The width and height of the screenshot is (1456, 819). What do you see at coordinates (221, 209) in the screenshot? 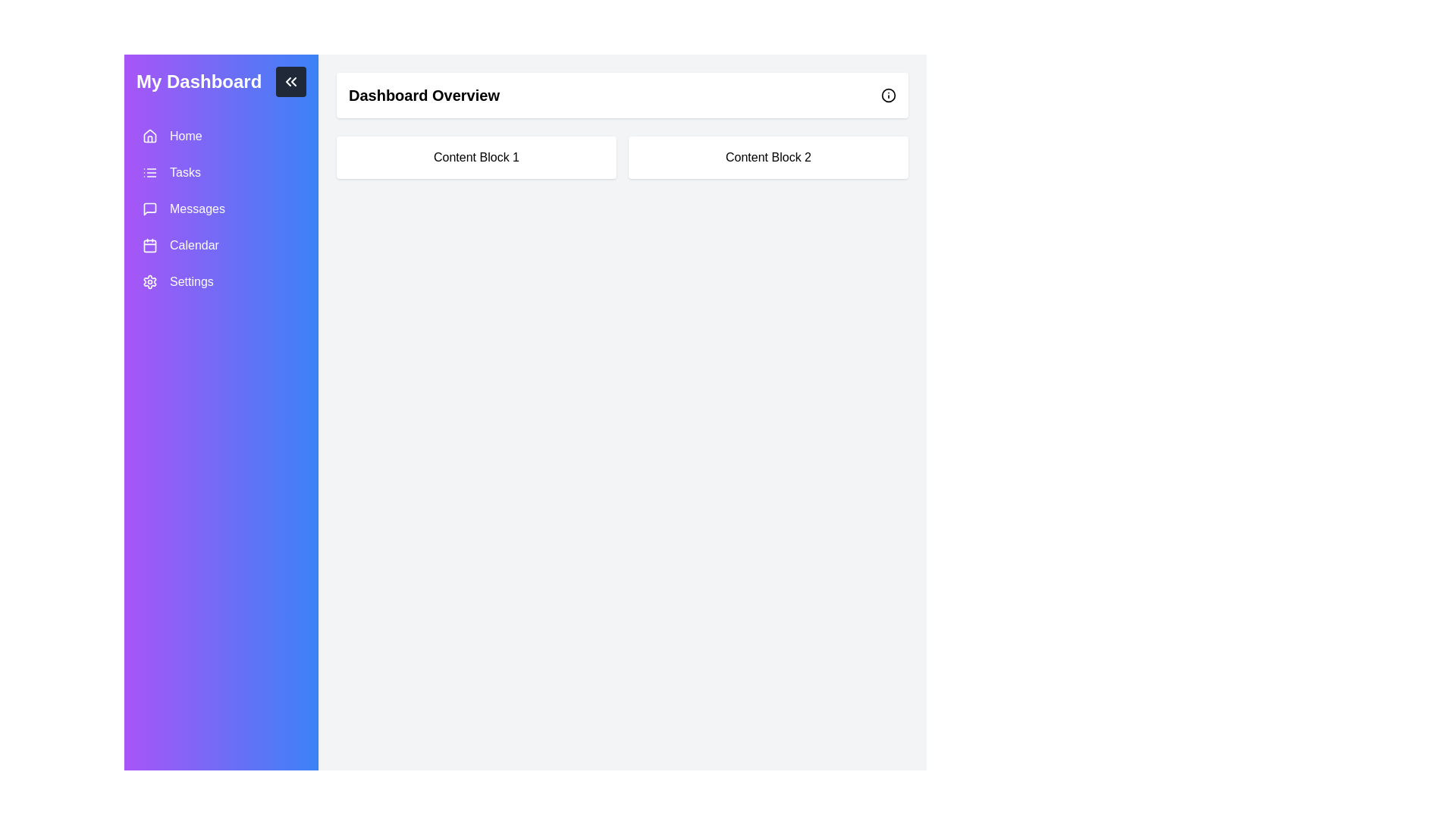
I see `the 'Messages' button in the sidebar menu` at bounding box center [221, 209].